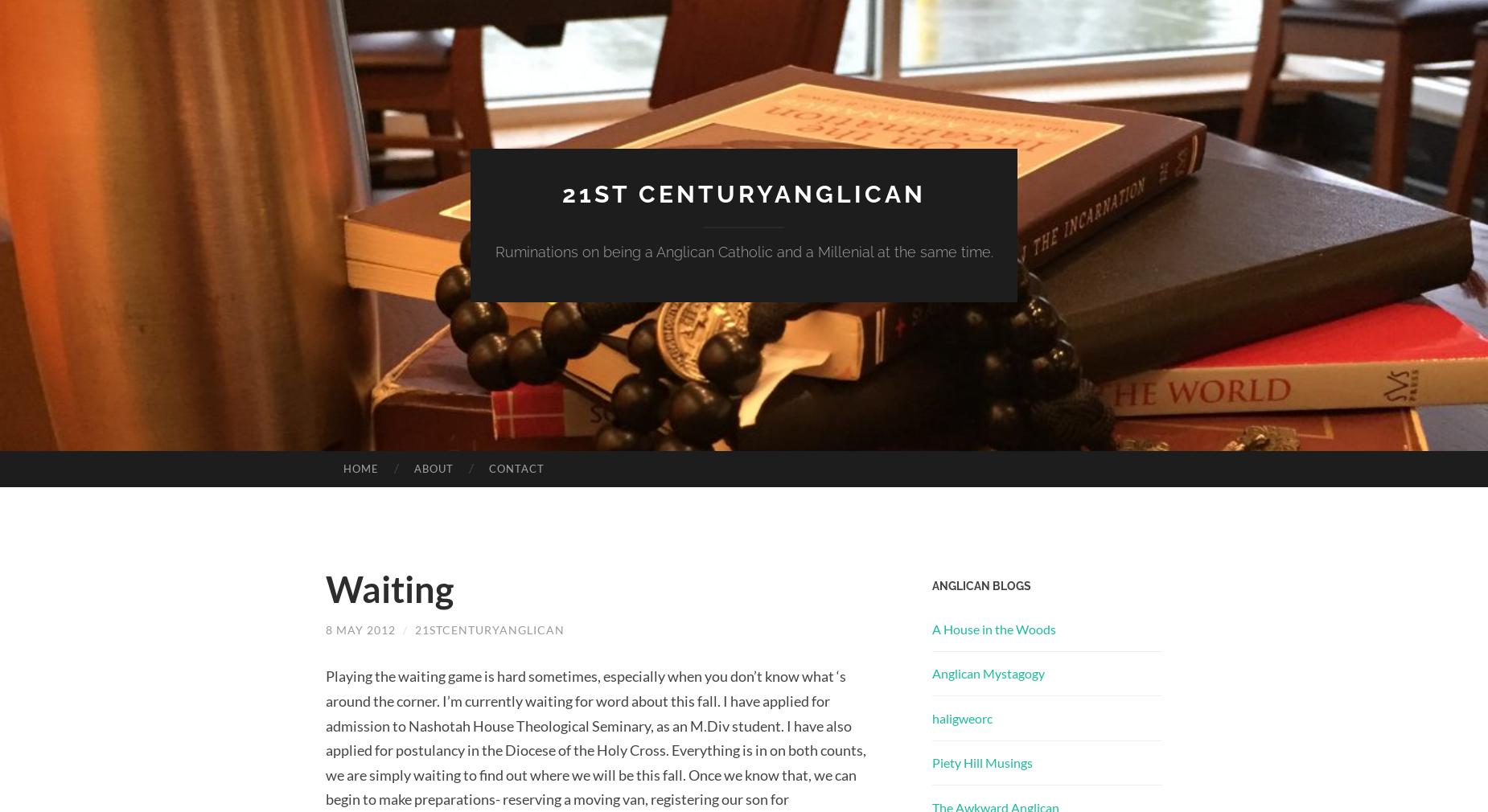  Describe the element at coordinates (405, 630) in the screenshot. I see `'/'` at that location.